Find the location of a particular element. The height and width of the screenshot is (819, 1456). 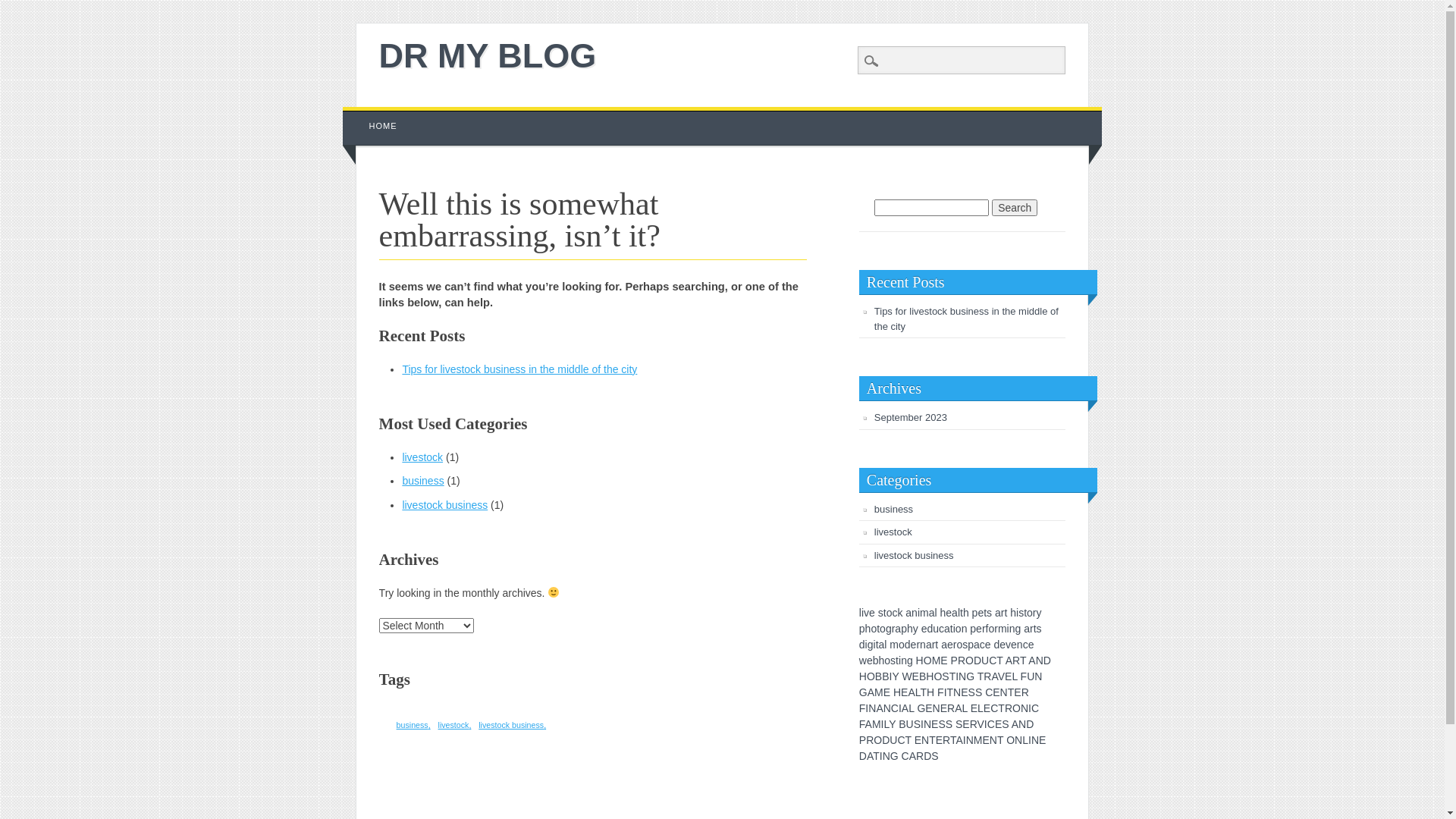

'H' is located at coordinates (930, 692).